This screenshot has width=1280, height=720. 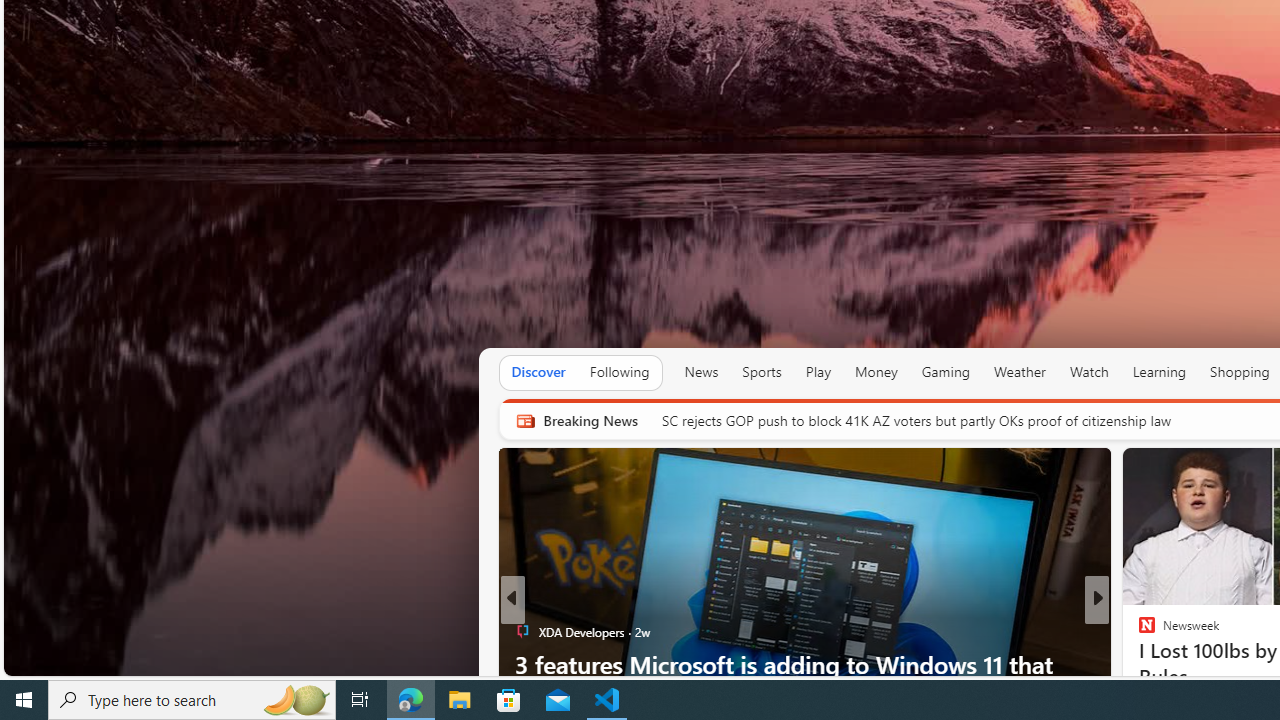 What do you see at coordinates (1138, 663) in the screenshot?
I see `'The Telegraph'` at bounding box center [1138, 663].